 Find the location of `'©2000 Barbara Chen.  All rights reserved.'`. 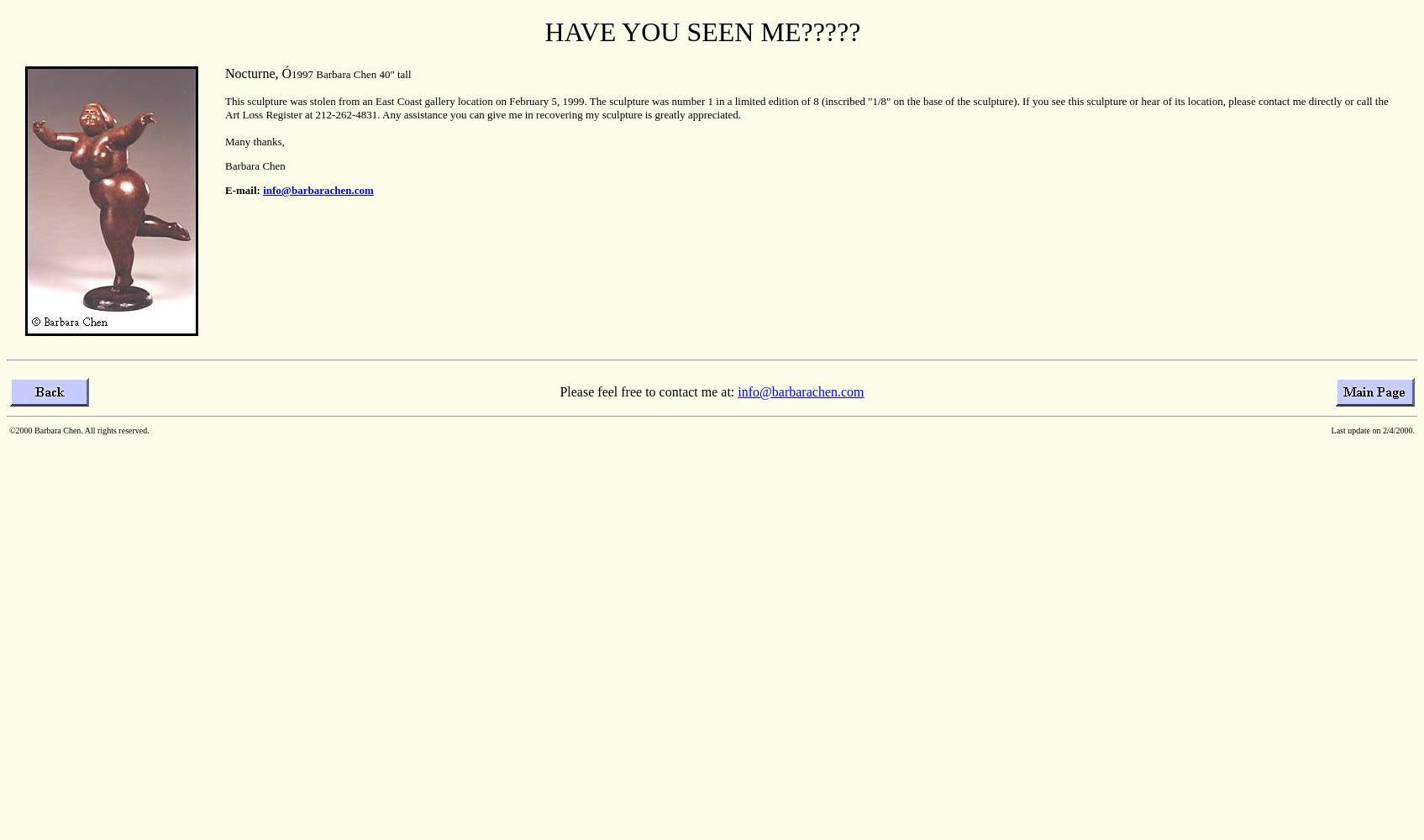

'©2000 Barbara Chen.  All rights reserved.' is located at coordinates (9, 430).